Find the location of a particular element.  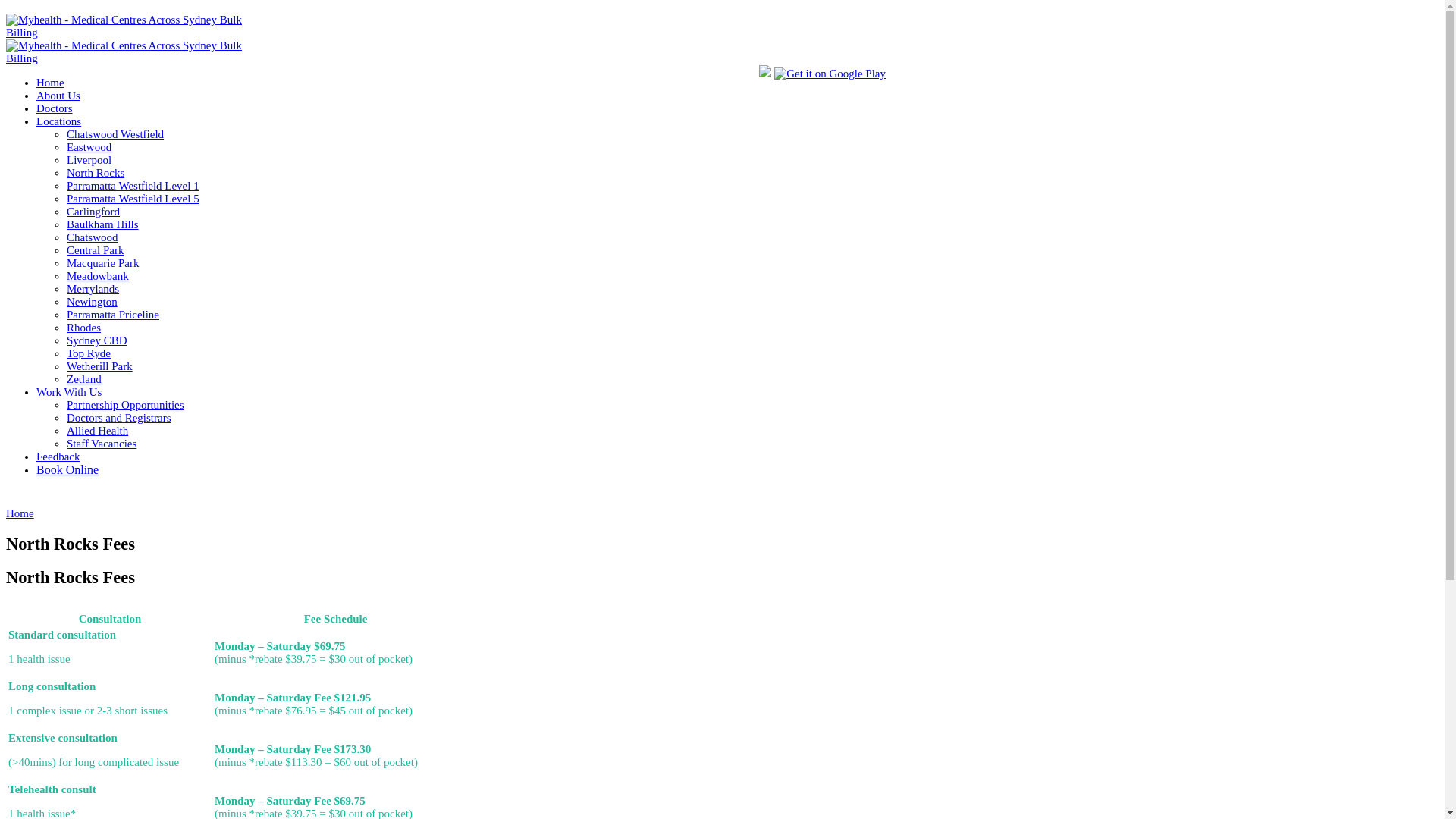

'Liverpool' is located at coordinates (88, 160).